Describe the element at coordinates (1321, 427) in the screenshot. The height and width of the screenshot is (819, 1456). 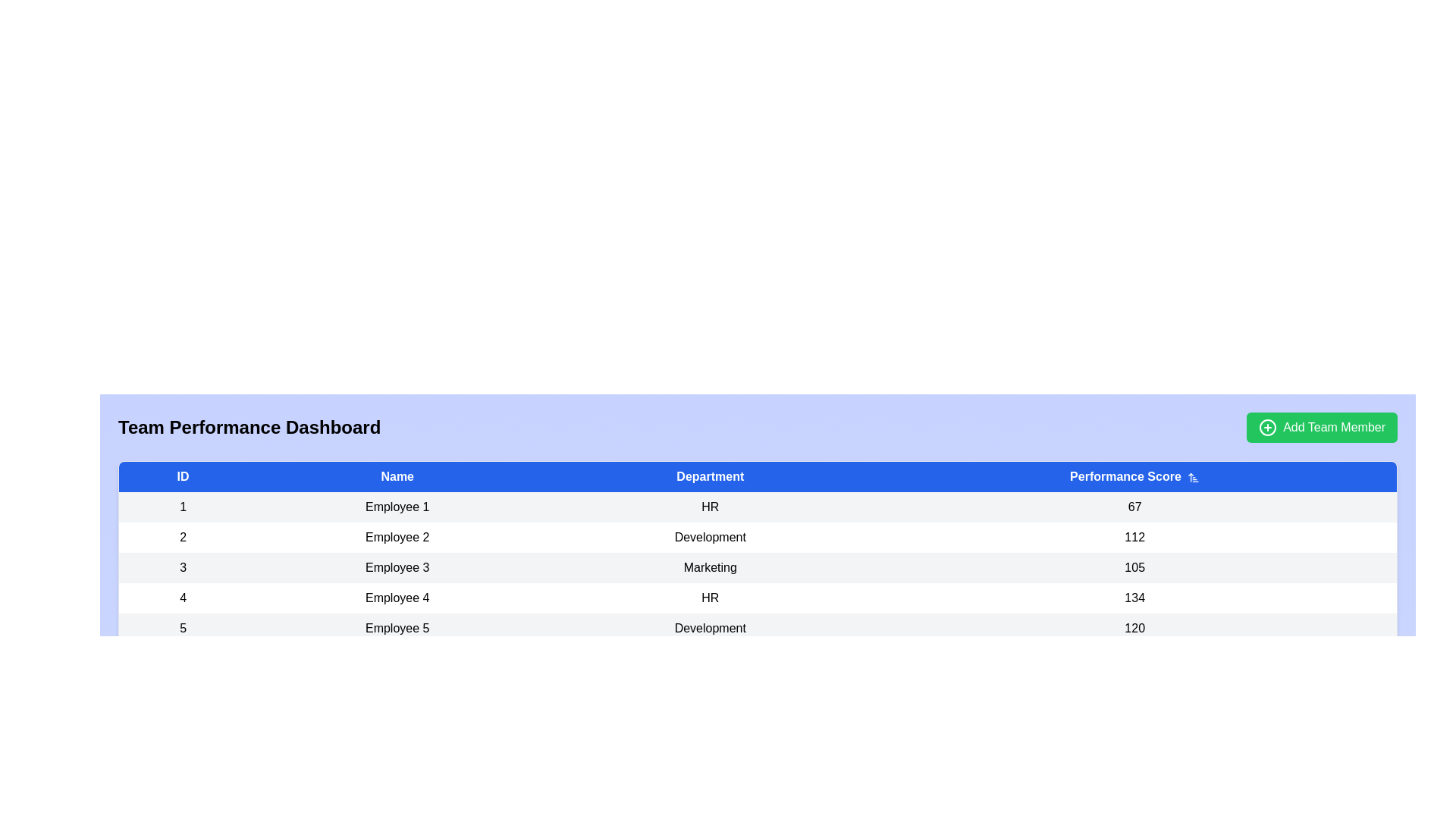
I see `'Add Team Member' button to trigger the action for adding a new member` at that location.